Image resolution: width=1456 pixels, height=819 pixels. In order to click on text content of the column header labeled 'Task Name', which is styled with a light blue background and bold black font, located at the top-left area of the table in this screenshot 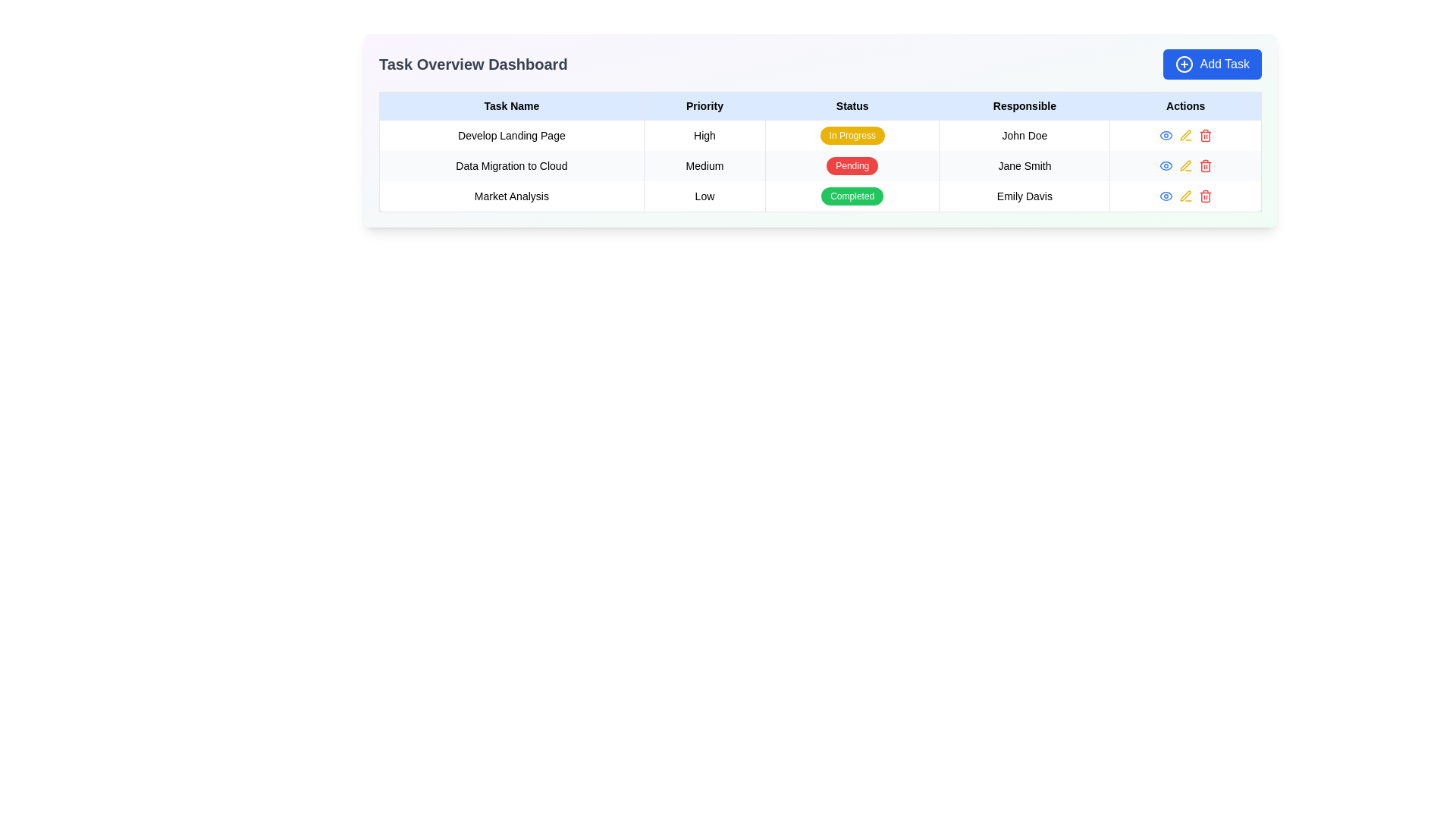, I will do `click(511, 105)`.